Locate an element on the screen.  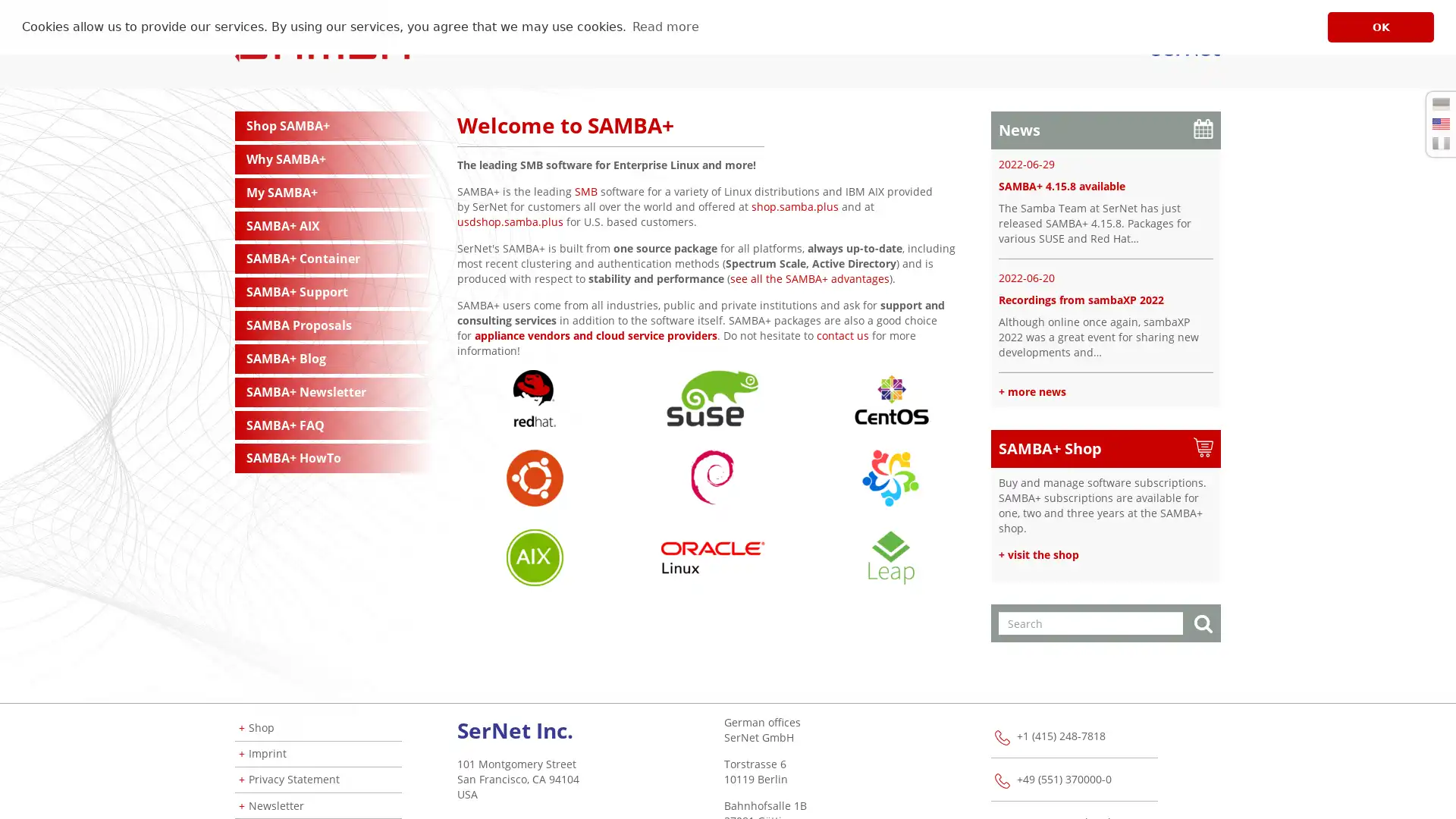
learn more about cookies is located at coordinates (665, 26).